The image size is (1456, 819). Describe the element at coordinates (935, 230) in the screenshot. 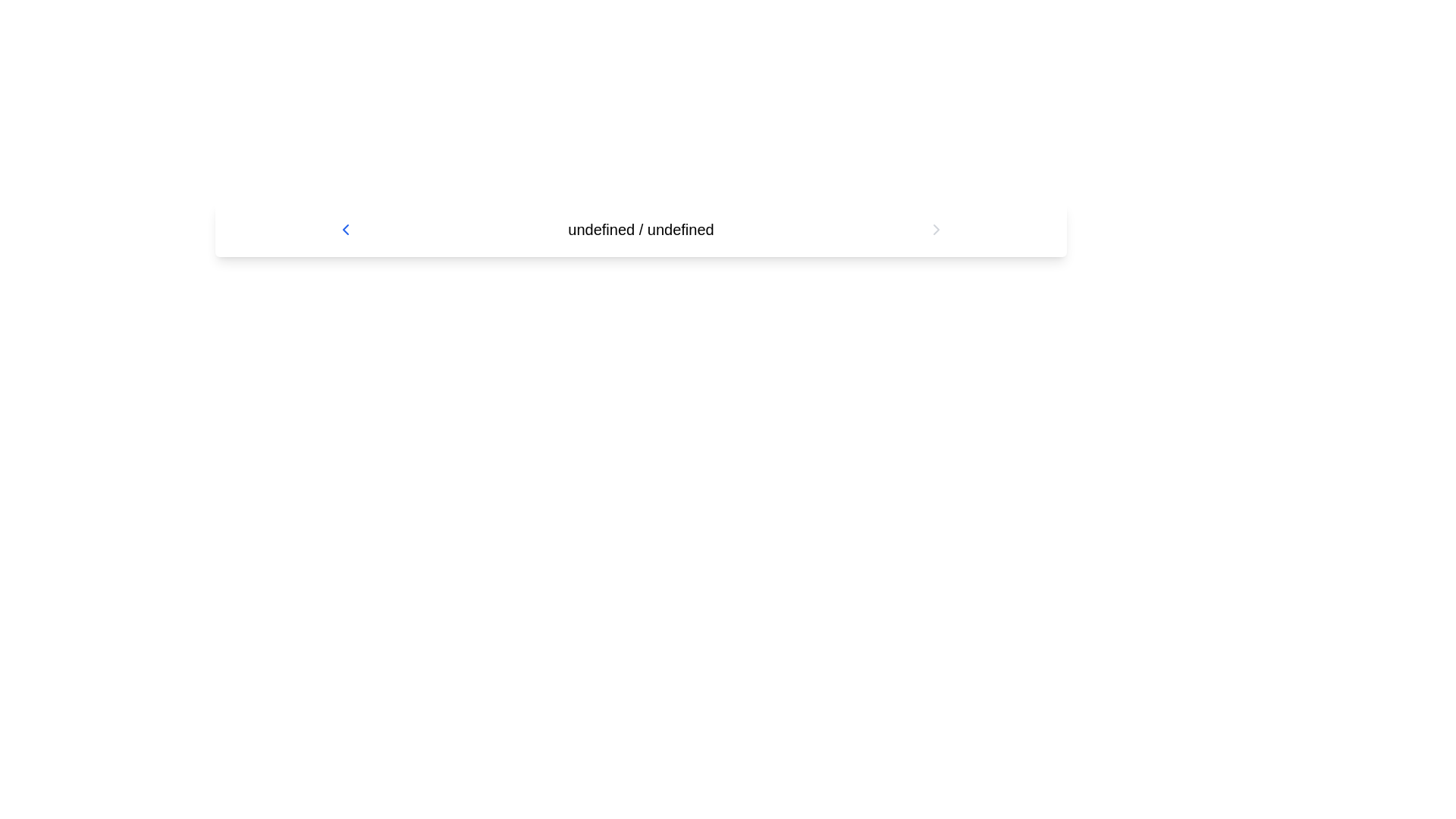

I see `the navigation button for moving to the next page, which is located to the right of the pagination bar` at that location.